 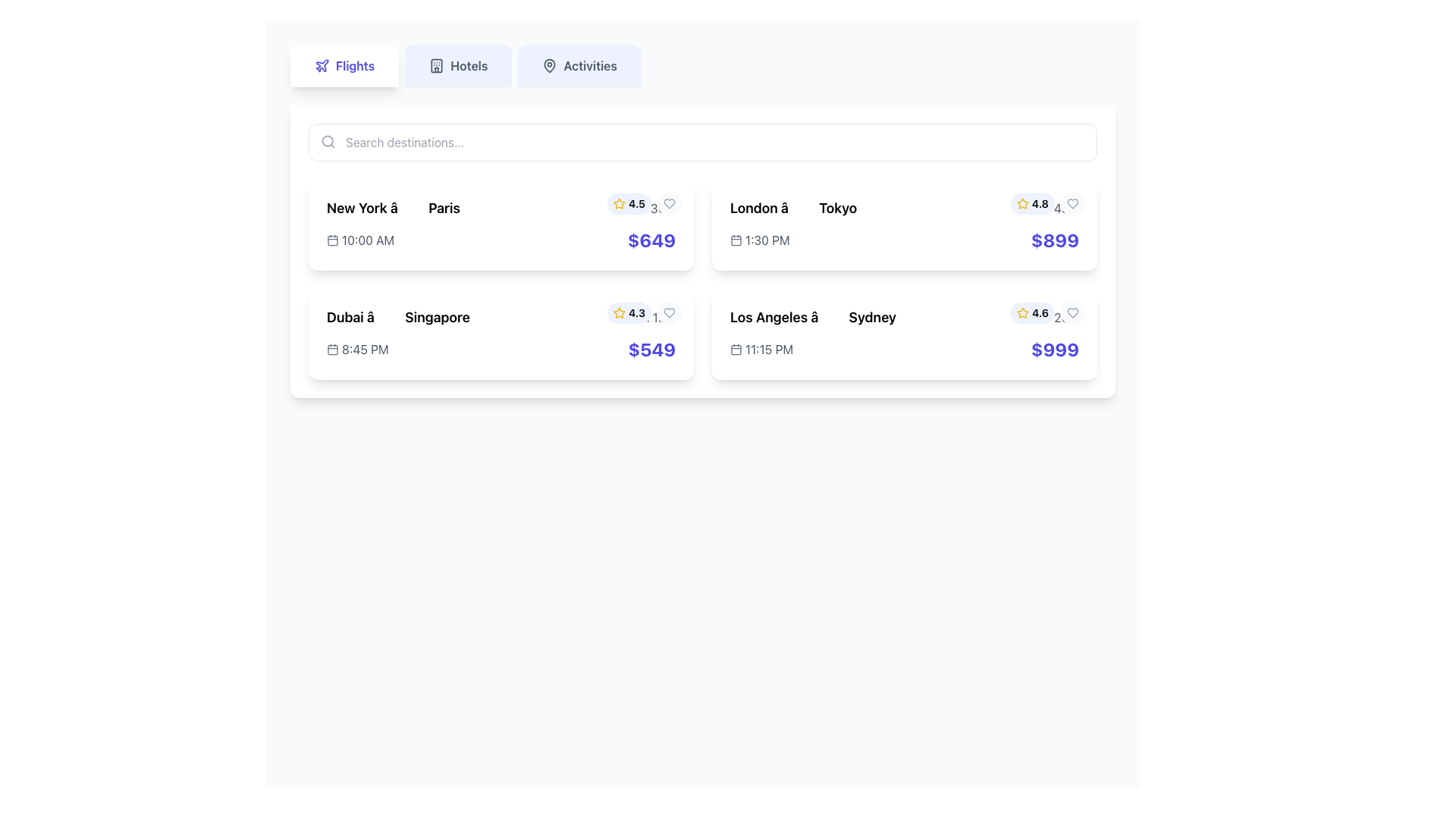 What do you see at coordinates (767, 239) in the screenshot?
I see `time displayed on the Text label located in the second card under the 'Flights' tab, positioned below 'London → Tokyo' and to the right of the calendar icon` at bounding box center [767, 239].